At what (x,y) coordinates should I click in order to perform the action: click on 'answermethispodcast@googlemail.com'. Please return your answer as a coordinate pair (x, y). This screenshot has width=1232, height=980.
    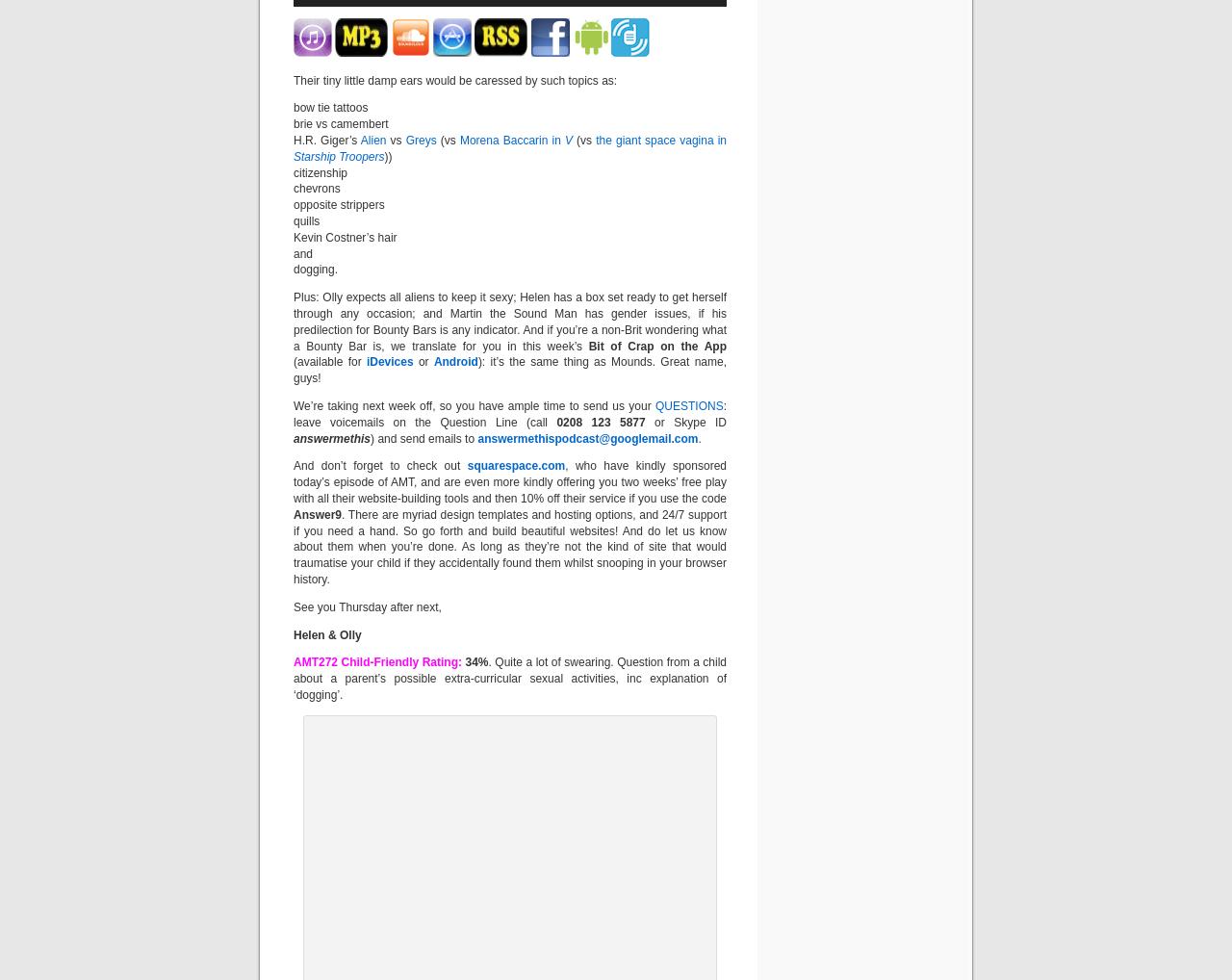
    Looking at the image, I should click on (586, 437).